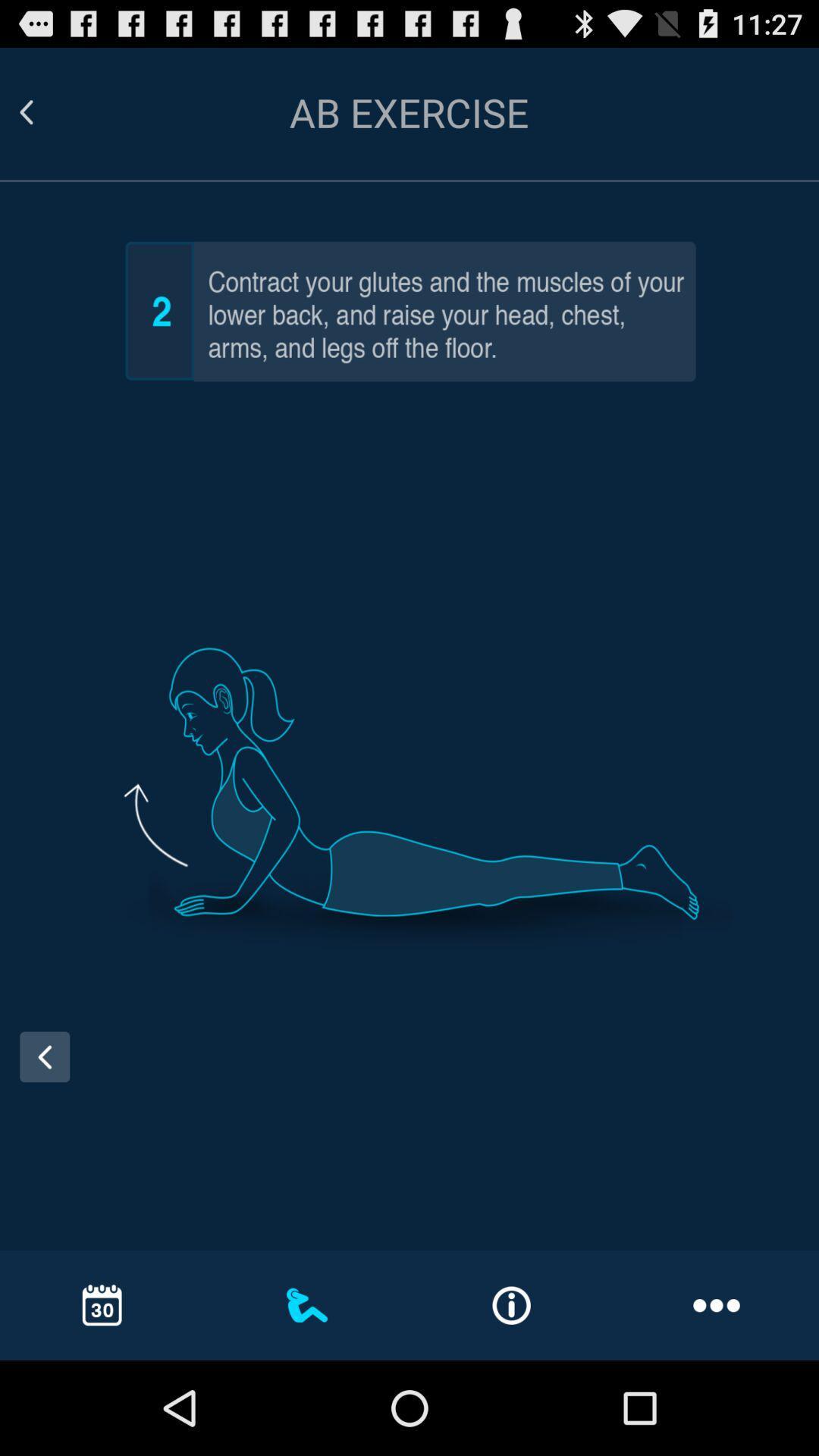 The height and width of the screenshot is (1456, 819). I want to click on the arrow_backward icon, so click(44, 119).